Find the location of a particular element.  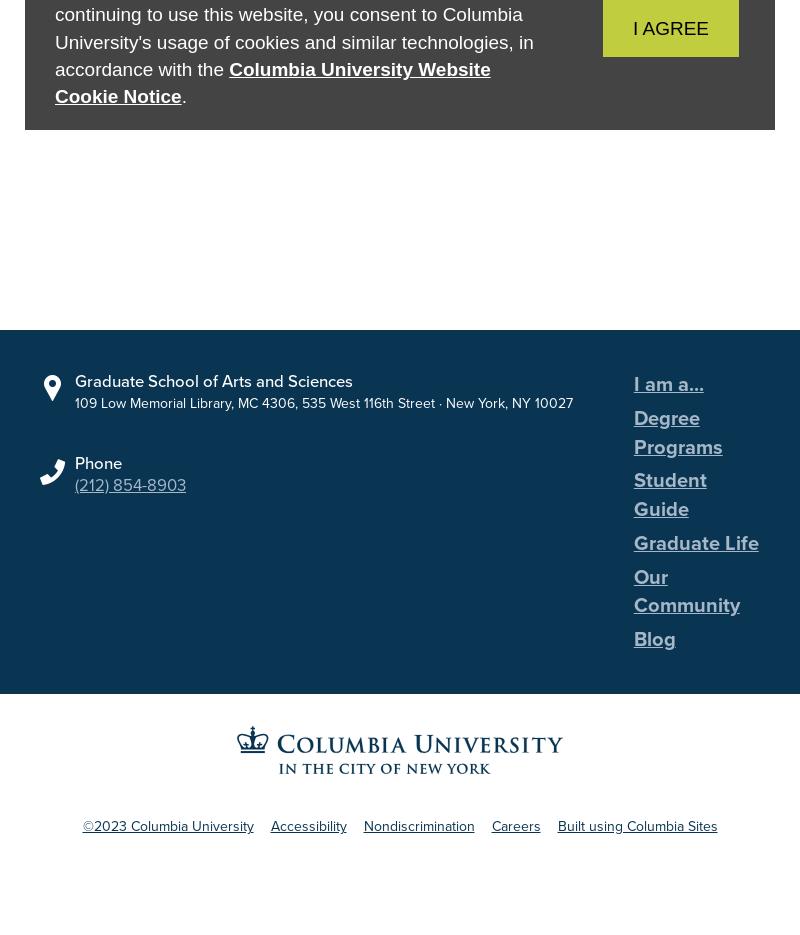

'Built using Columbia Sites' is located at coordinates (636, 842).